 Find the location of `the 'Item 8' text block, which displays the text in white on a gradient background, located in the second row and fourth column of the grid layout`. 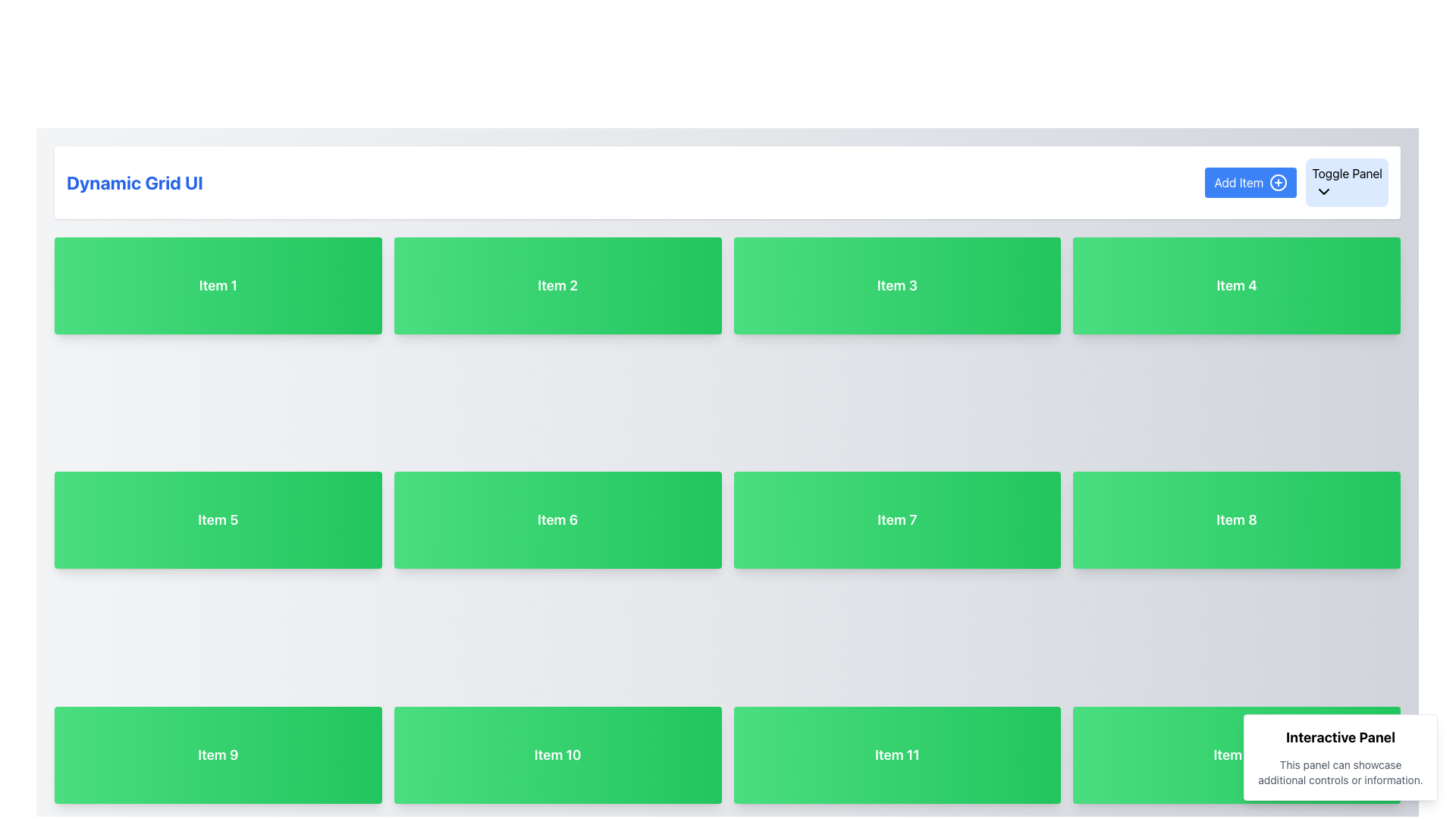

the 'Item 8' text block, which displays the text in white on a gradient background, located in the second row and fourth column of the grid layout is located at coordinates (1237, 519).